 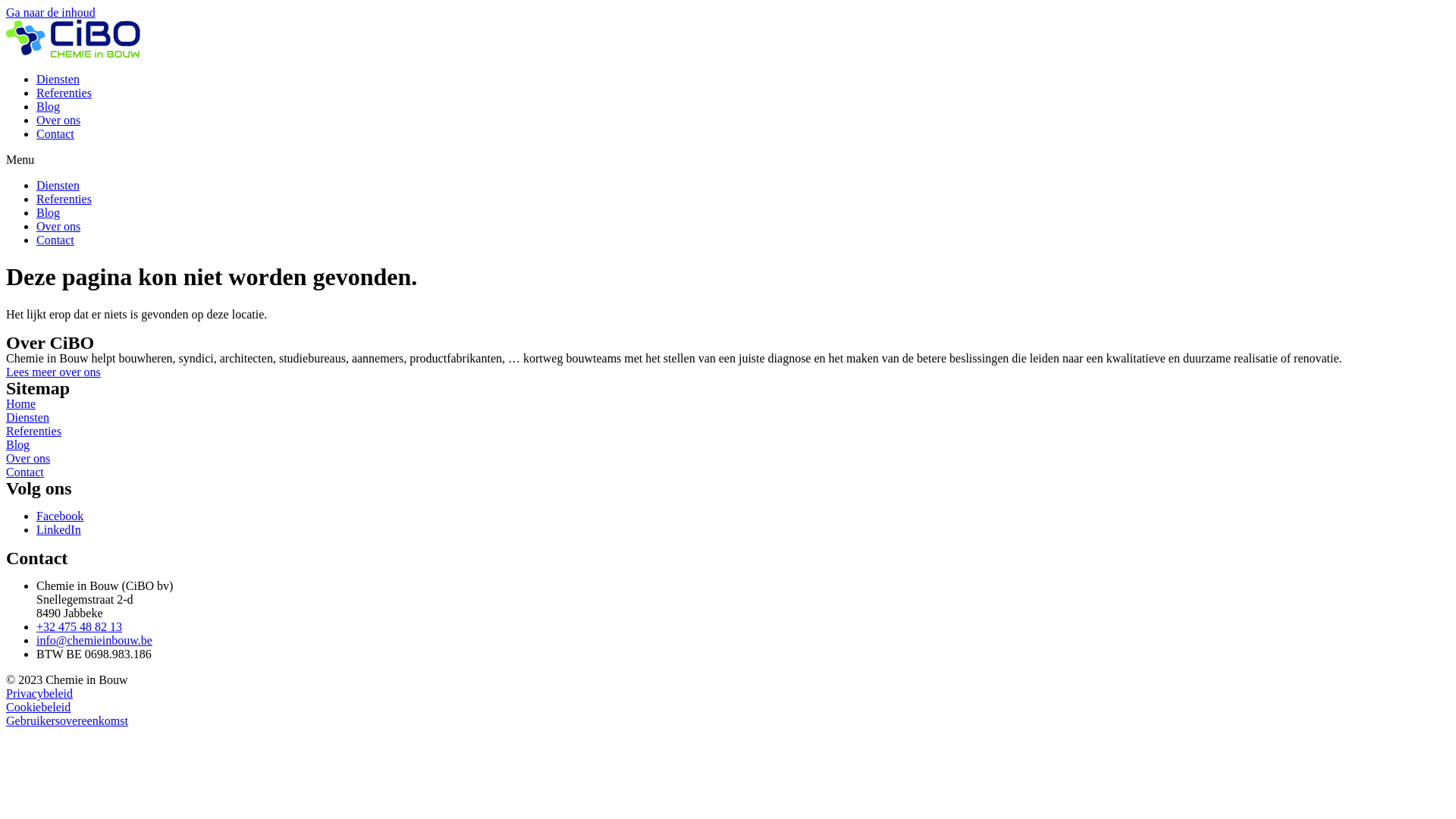 What do you see at coordinates (20, 403) in the screenshot?
I see `'Home'` at bounding box center [20, 403].